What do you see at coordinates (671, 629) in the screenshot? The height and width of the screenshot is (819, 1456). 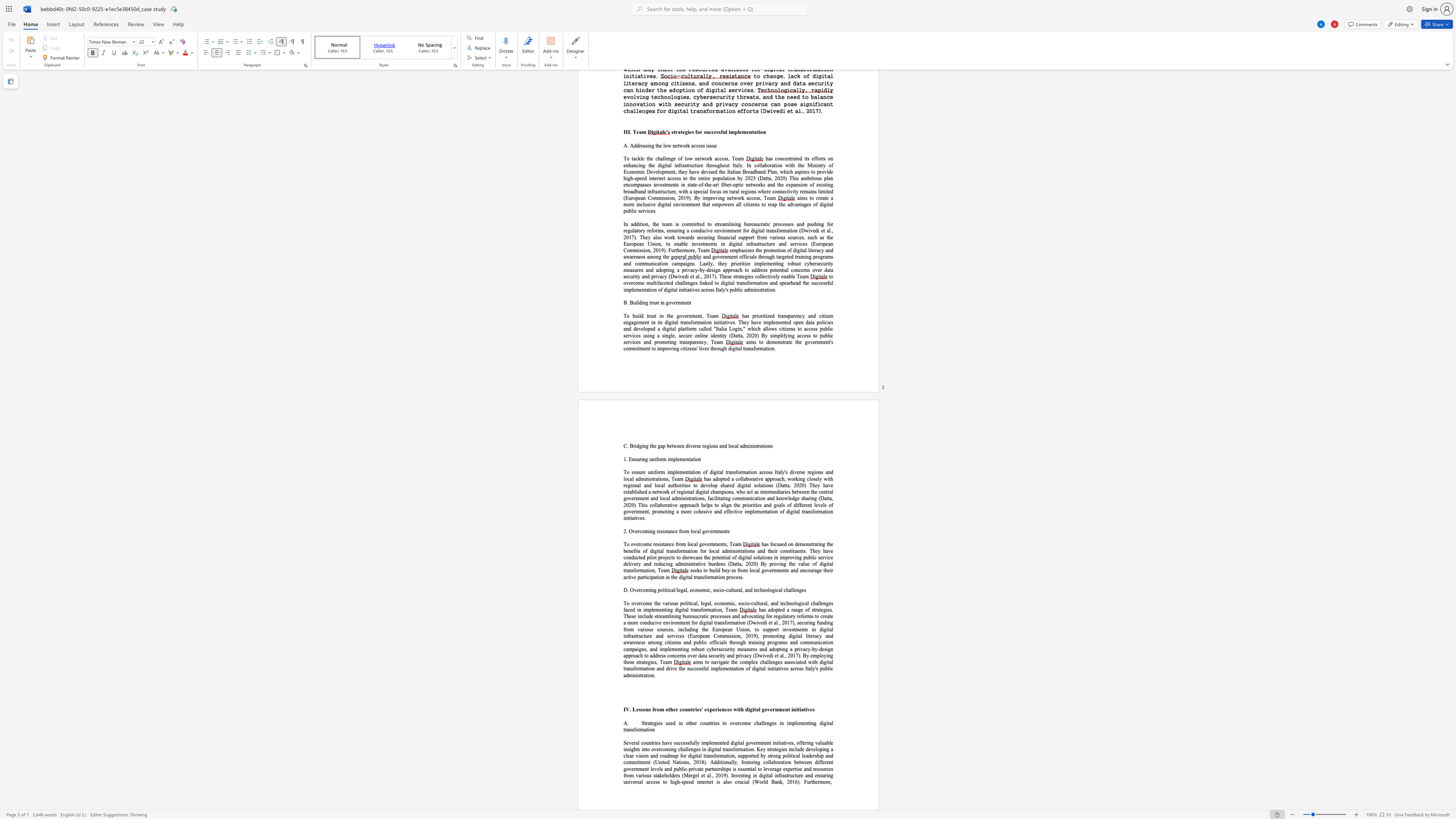 I see `the subset text "s, inclu" within the text "has adopted a range of strategies. These include streamlining bureaucratic processes and advocating for regulatory reforms to create a more conducive environment for digital transformation (Dwivedi et al., 2017), securing funding from various sources, including the European Union, to support investments in digital infrastructure and services (European C"` at bounding box center [671, 629].